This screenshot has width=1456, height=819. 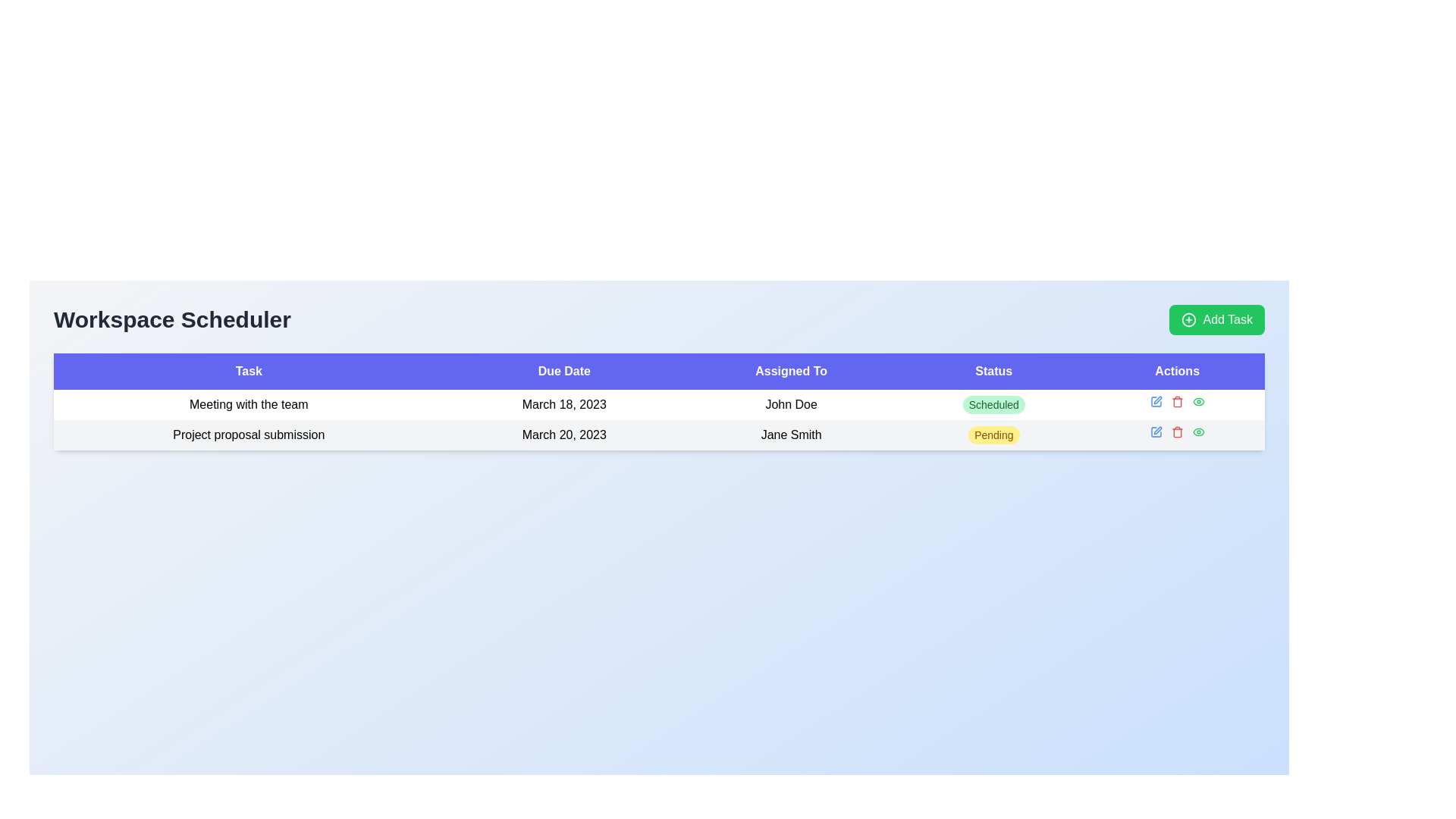 What do you see at coordinates (1155, 432) in the screenshot?
I see `the Interactive icon styled as a button for editing, located in the Actions column of the second row in the Workspace Scheduler table, for keyboard interaction` at bounding box center [1155, 432].